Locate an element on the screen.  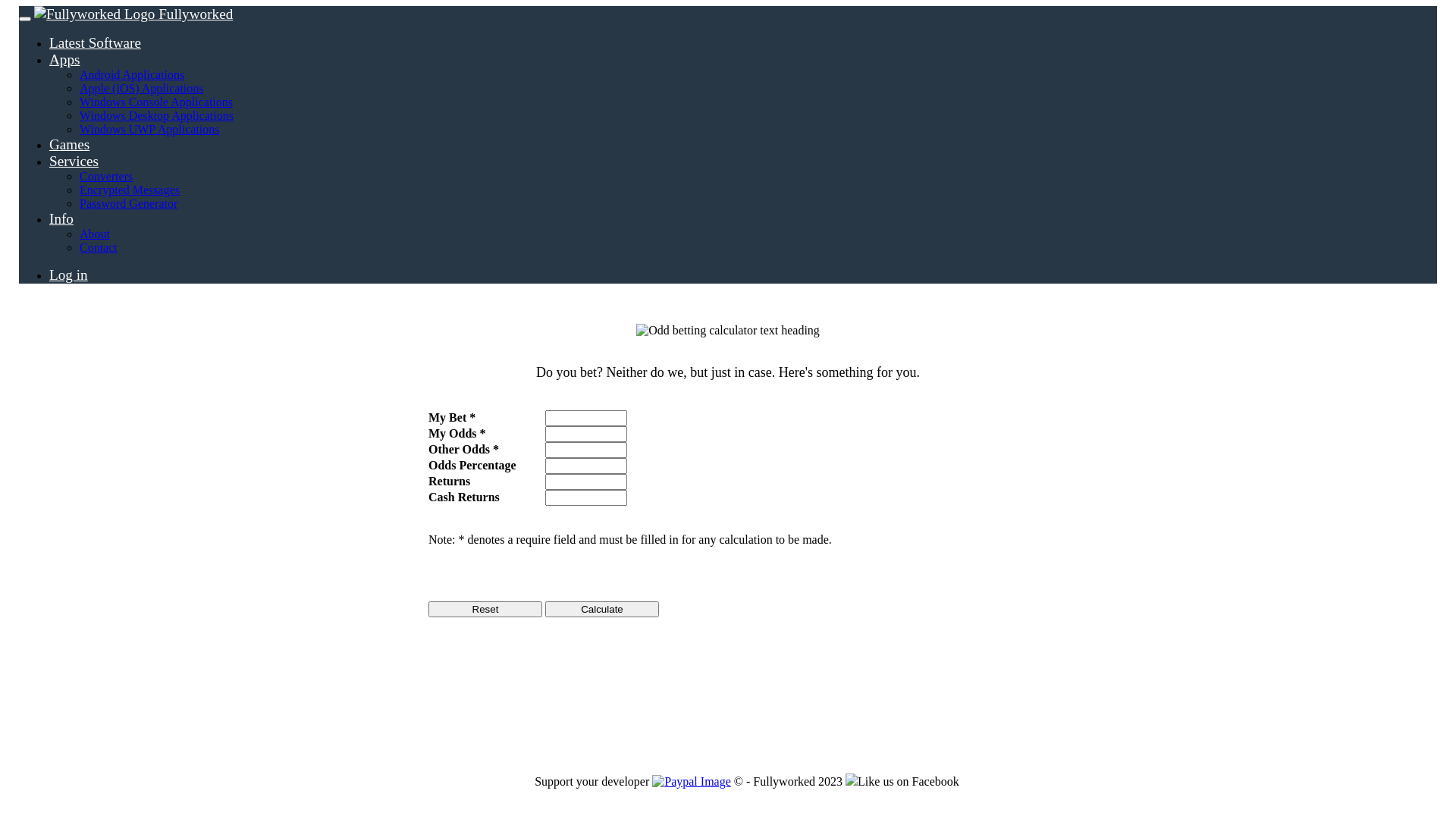
'This displays your returns.' is located at coordinates (585, 482).